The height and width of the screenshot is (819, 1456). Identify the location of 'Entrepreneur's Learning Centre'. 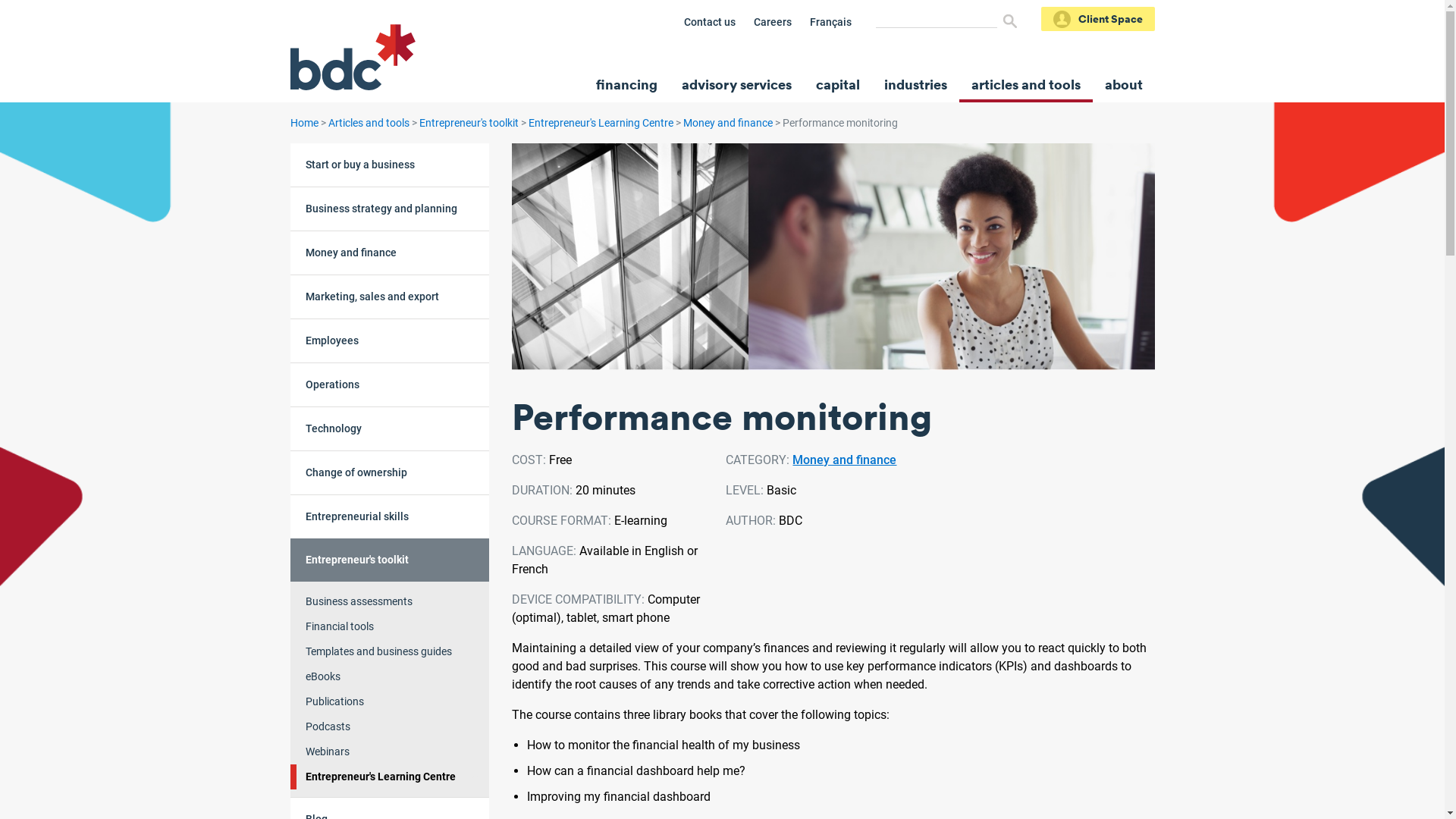
(389, 777).